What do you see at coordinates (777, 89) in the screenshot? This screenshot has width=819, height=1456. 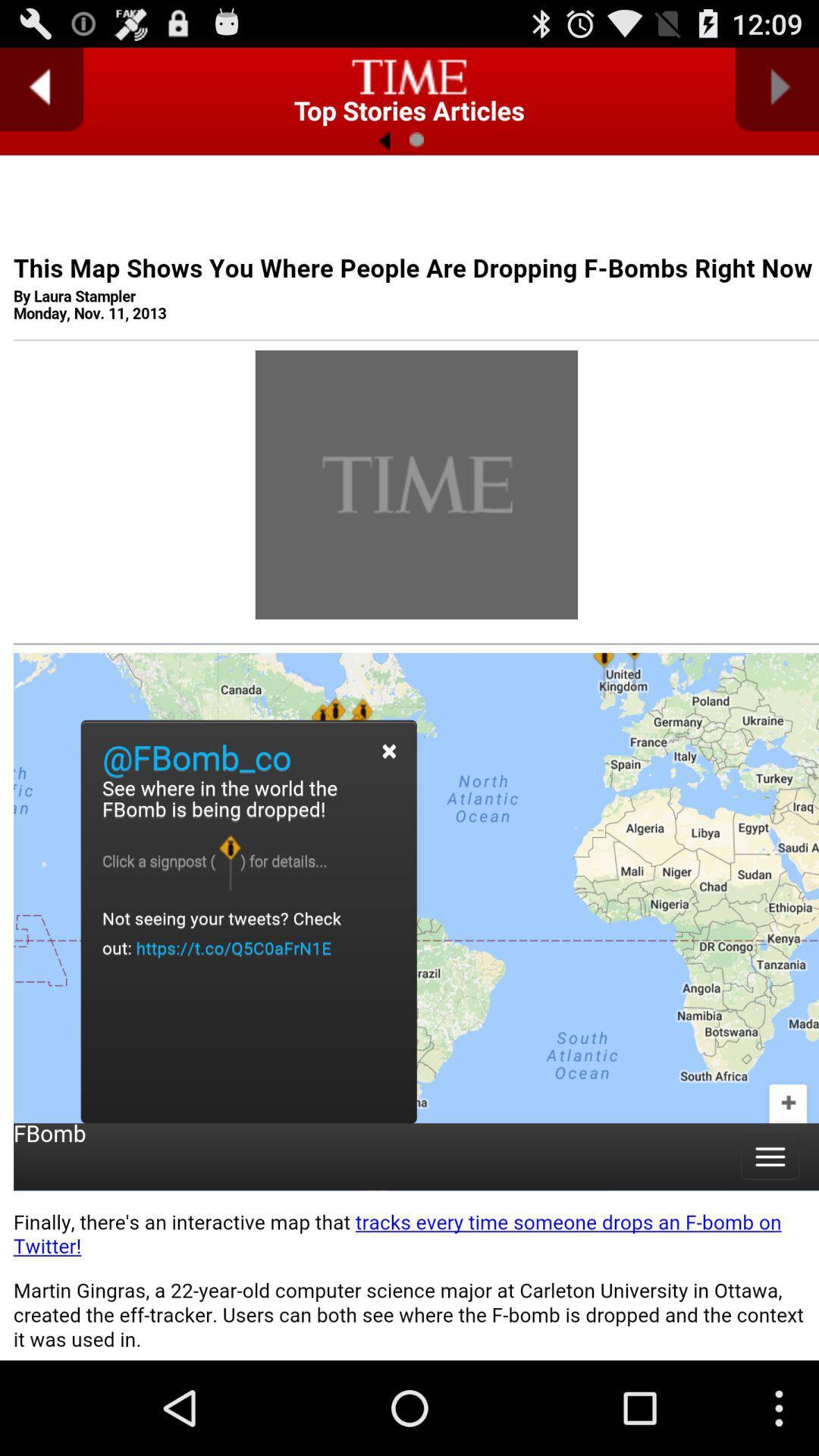 I see `next` at bounding box center [777, 89].